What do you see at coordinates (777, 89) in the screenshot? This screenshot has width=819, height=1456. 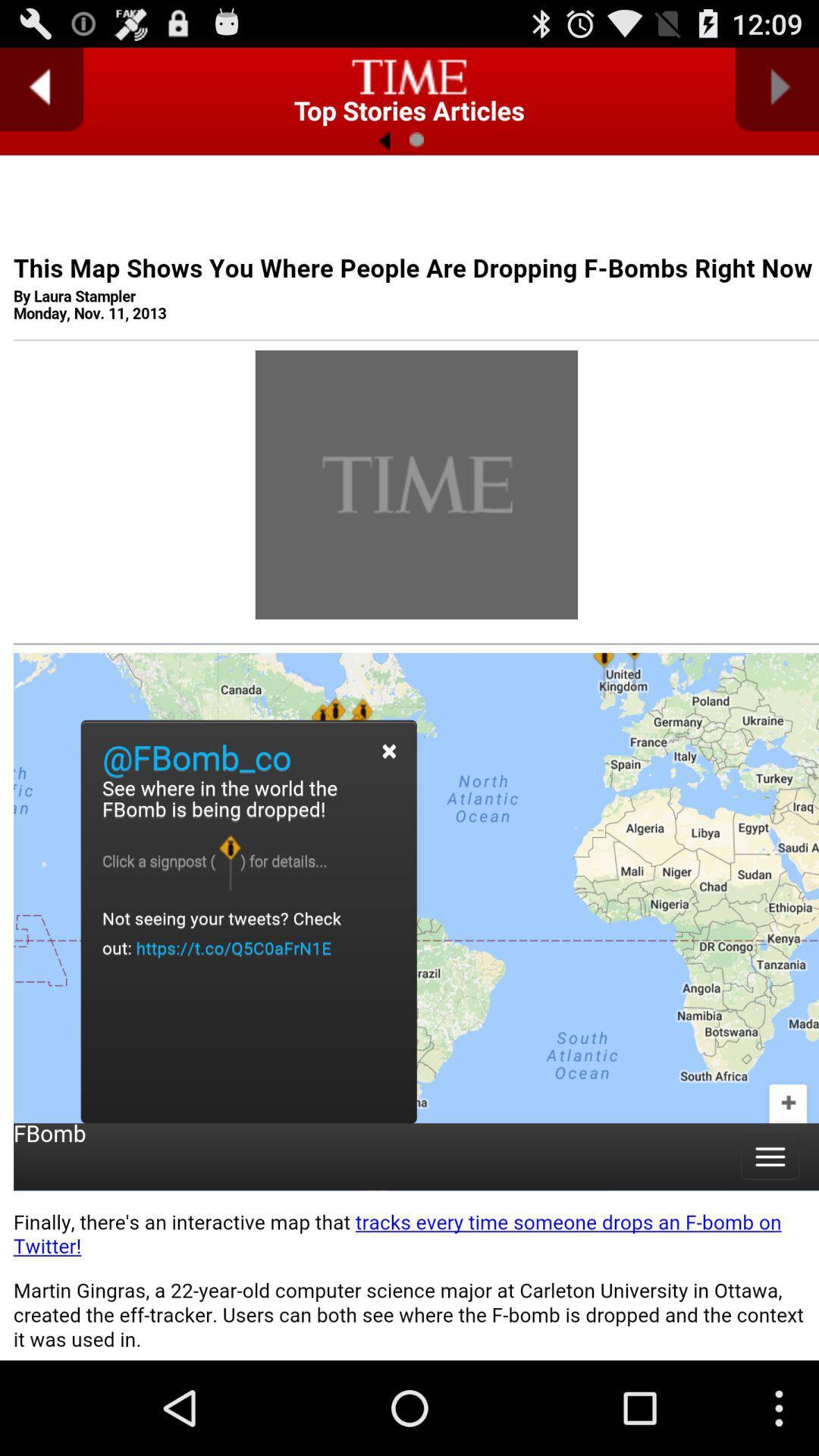 I see `next` at bounding box center [777, 89].